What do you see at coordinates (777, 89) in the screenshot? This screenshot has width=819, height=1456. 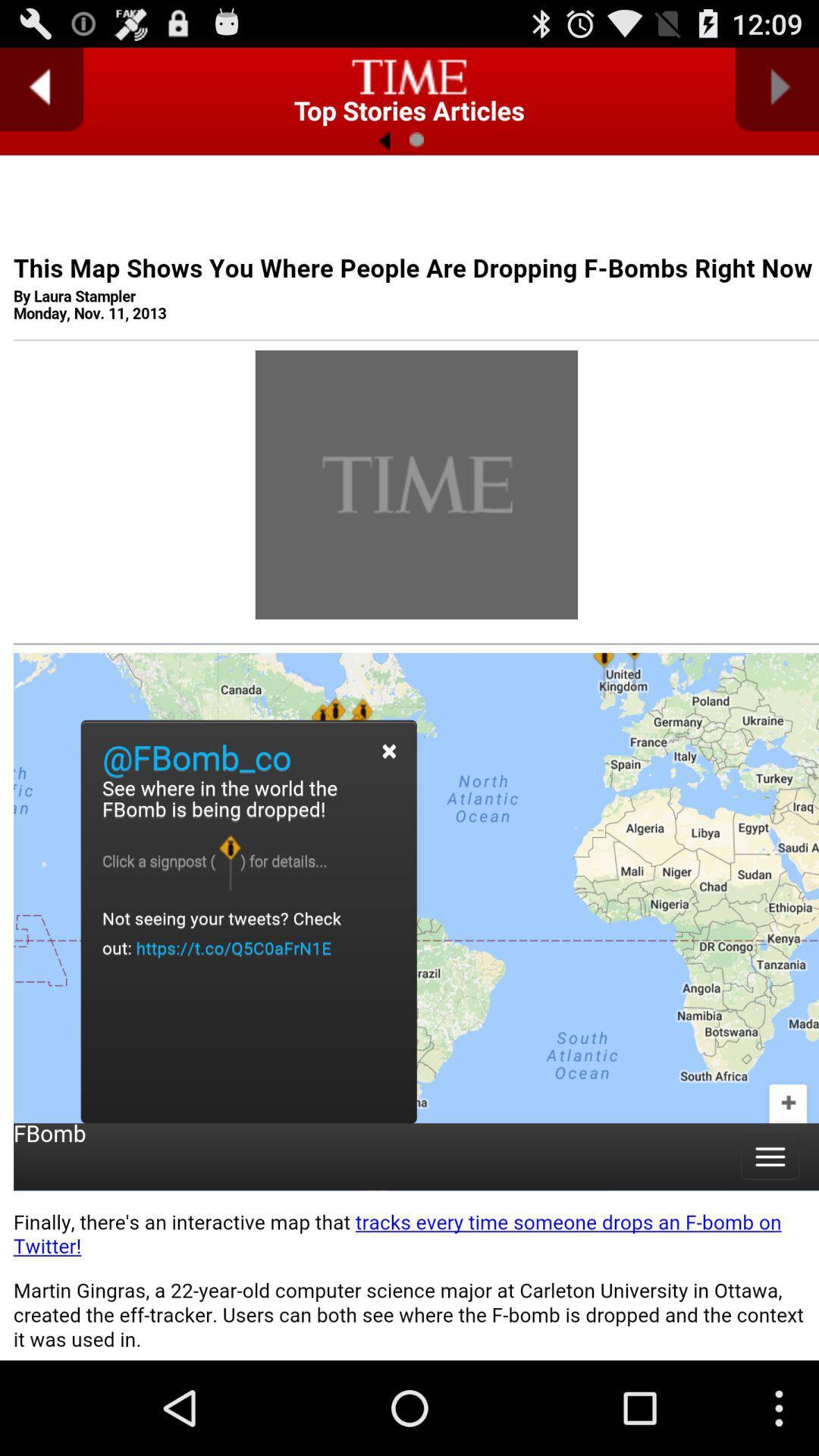 I see `next` at bounding box center [777, 89].